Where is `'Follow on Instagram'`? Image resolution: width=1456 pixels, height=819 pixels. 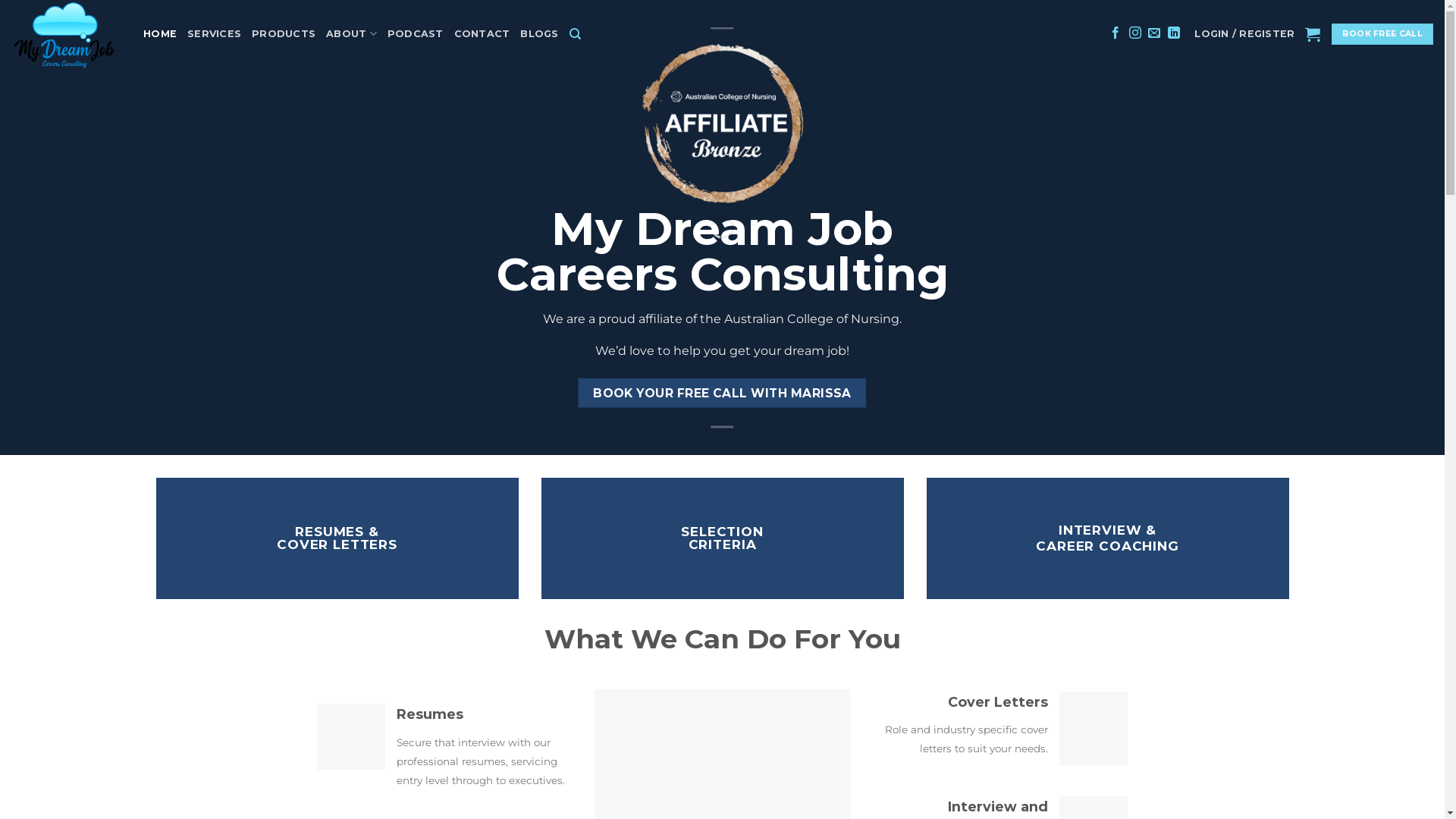 'Follow on Instagram' is located at coordinates (1128, 33).